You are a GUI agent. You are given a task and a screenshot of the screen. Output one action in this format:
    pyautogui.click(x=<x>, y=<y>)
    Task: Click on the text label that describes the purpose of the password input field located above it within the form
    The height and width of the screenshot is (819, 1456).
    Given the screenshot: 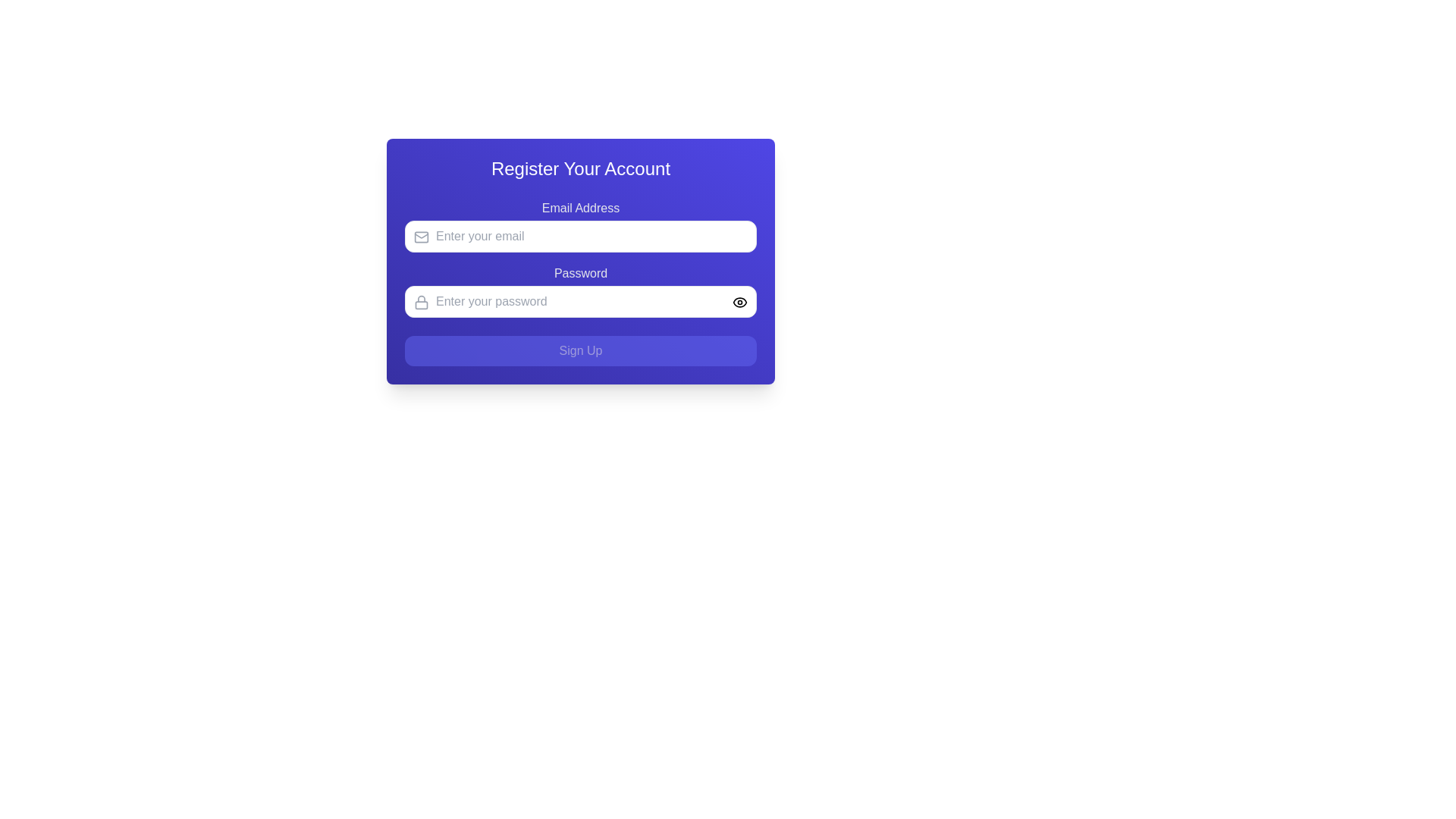 What is the action you would take?
    pyautogui.click(x=580, y=274)
    